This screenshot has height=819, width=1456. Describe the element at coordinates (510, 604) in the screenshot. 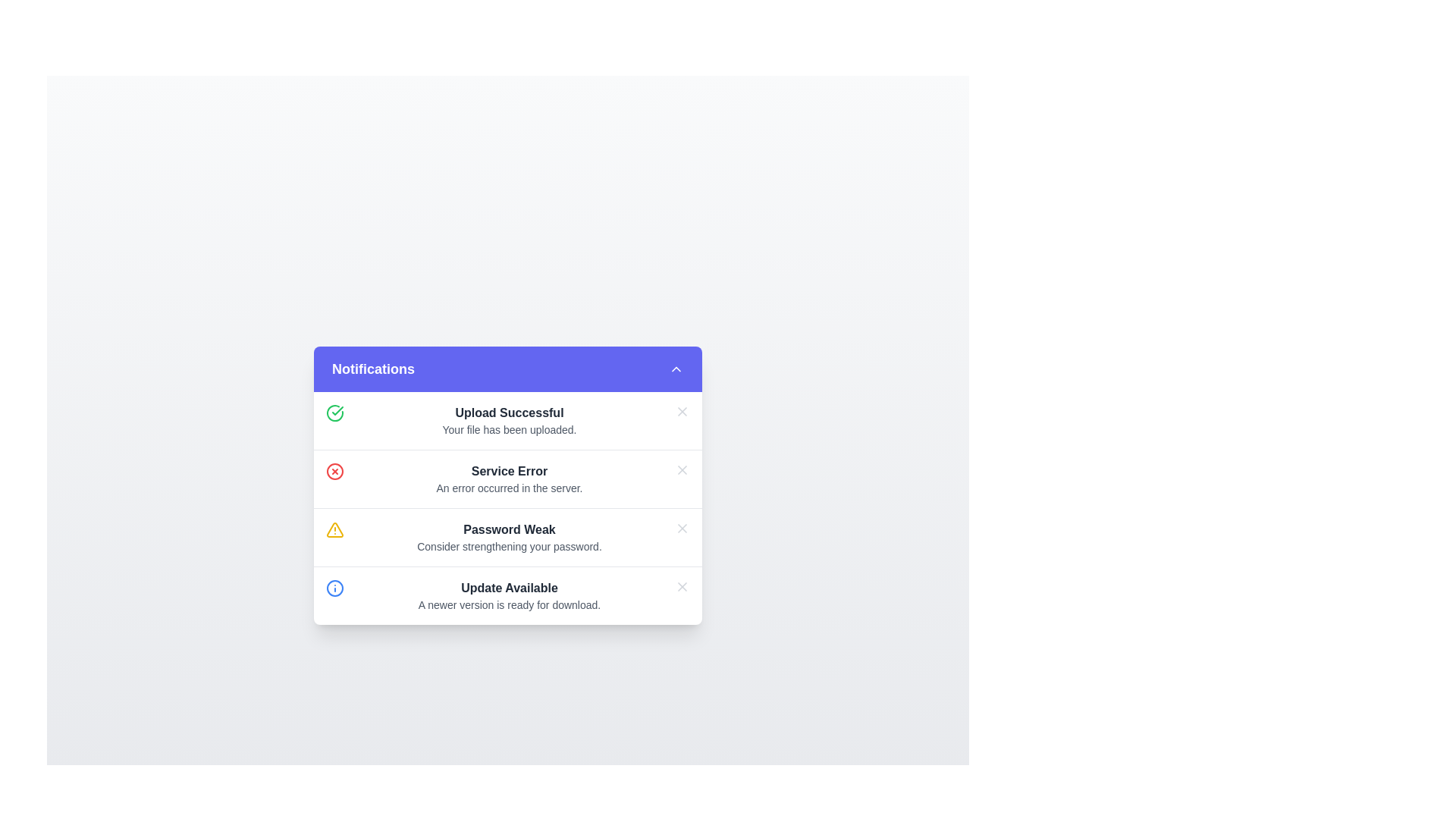

I see `the text label that is styled with a small gray font and positioned below the 'Update Available' header in the last notification block` at that location.